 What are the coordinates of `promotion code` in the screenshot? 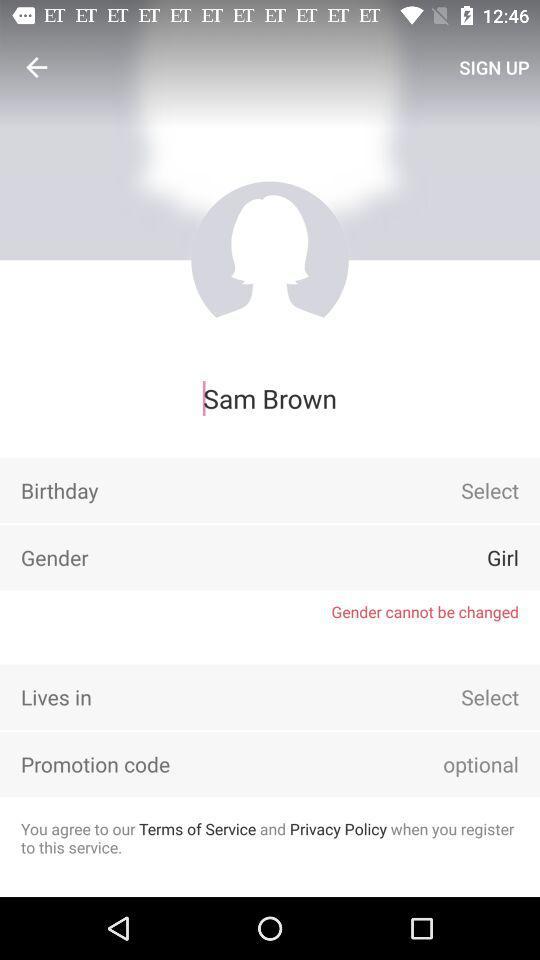 It's located at (453, 763).